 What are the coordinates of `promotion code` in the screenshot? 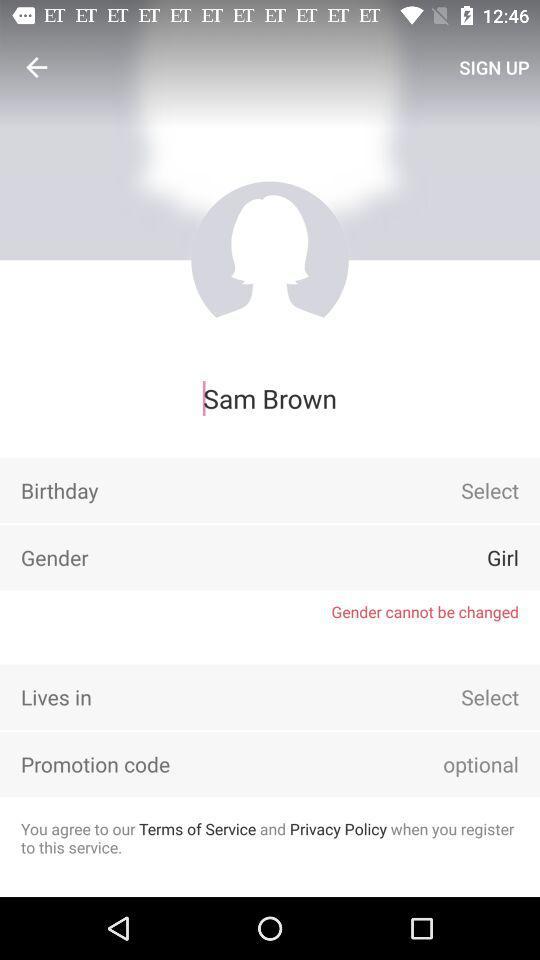 It's located at (453, 763).